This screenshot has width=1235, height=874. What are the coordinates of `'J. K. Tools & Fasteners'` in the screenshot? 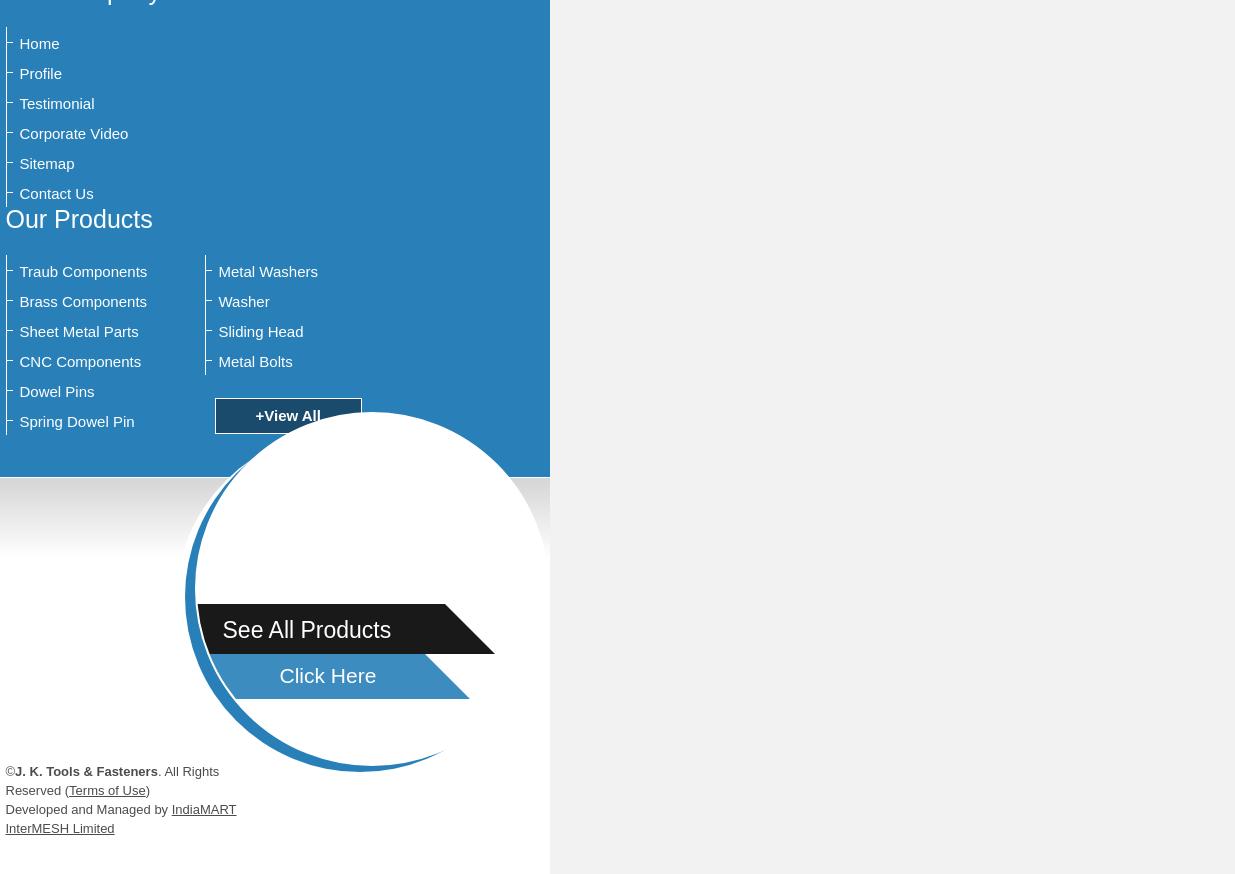 It's located at (84, 770).